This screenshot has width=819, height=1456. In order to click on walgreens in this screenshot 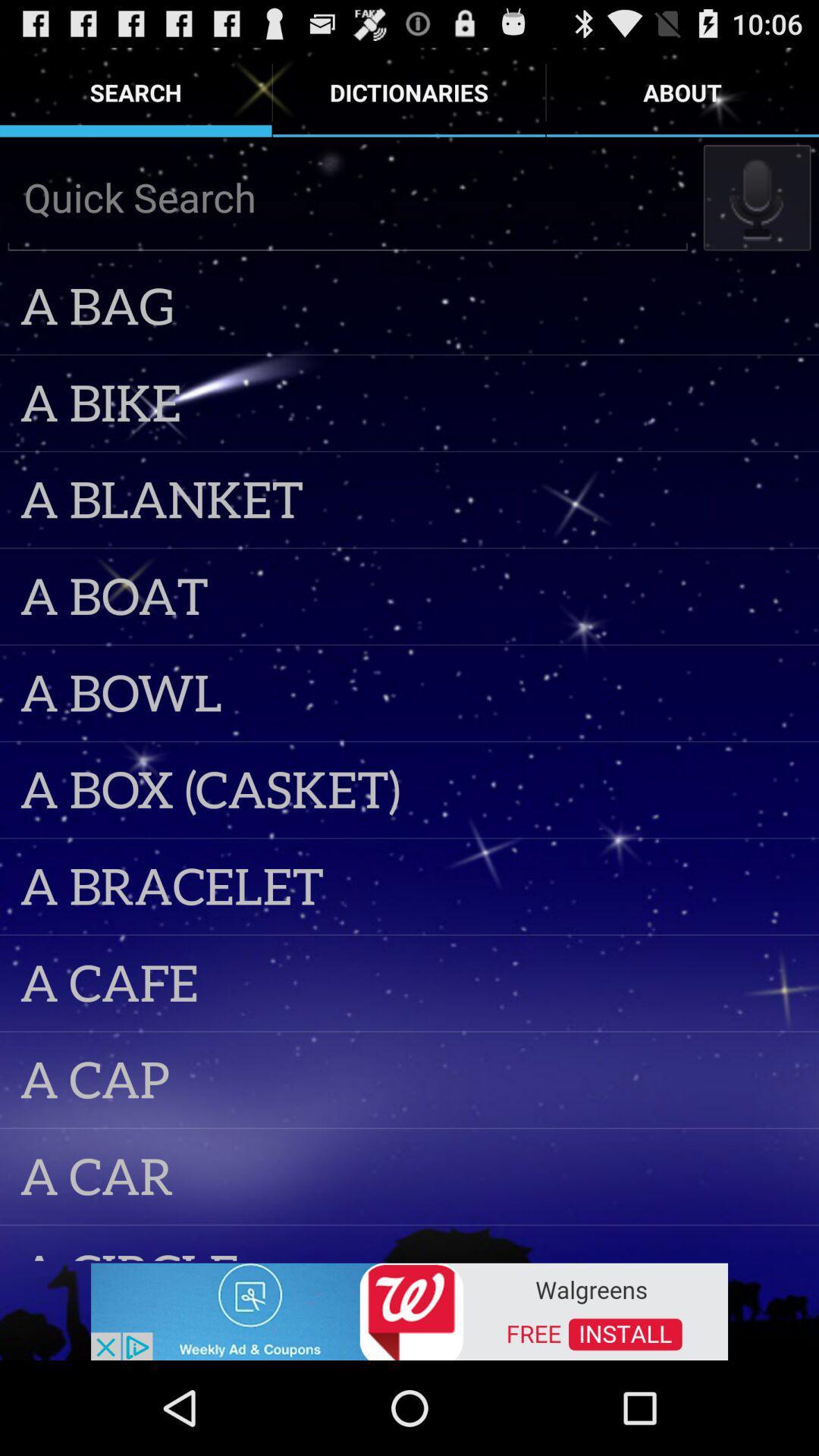, I will do `click(409, 1310)`.